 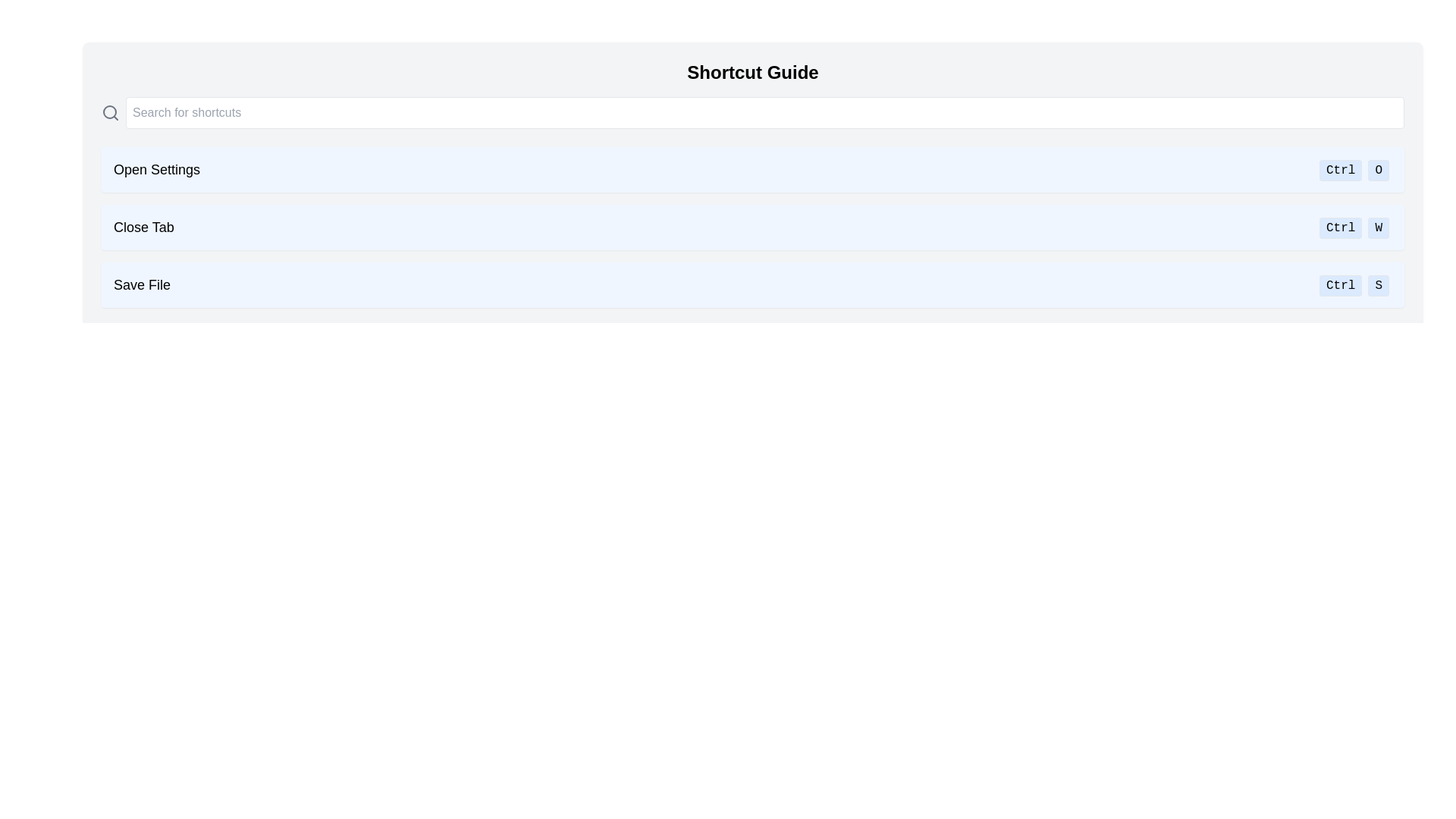 I want to click on the Informational list item that indicates the keyboard shortcut 'Ctrl + S' for 'Save File' in the 'Shortcut Guide' interface, which is the third item from the top, so click(x=753, y=284).